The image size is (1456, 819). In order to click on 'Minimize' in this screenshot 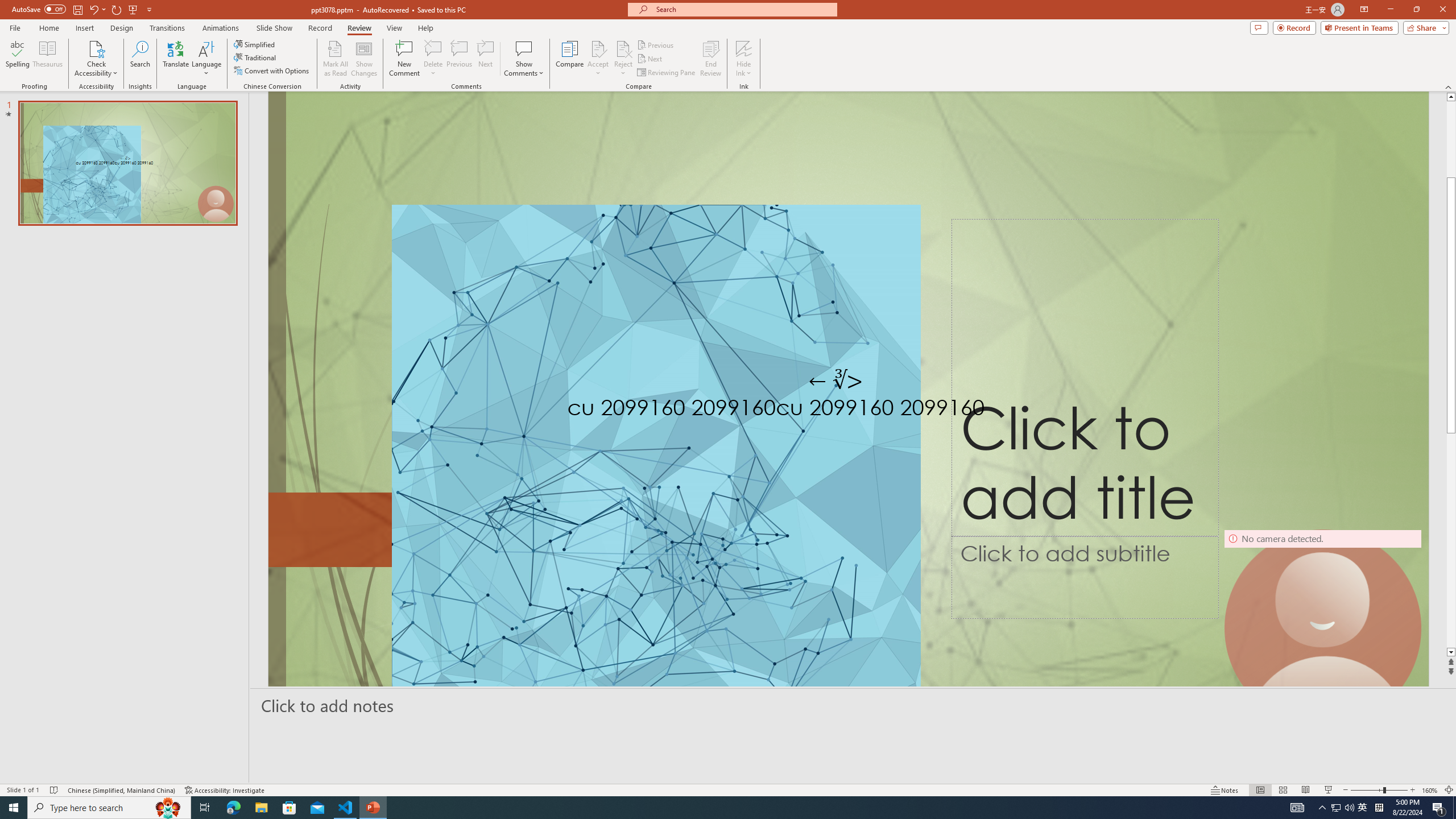, I will do `click(1389, 9)`.